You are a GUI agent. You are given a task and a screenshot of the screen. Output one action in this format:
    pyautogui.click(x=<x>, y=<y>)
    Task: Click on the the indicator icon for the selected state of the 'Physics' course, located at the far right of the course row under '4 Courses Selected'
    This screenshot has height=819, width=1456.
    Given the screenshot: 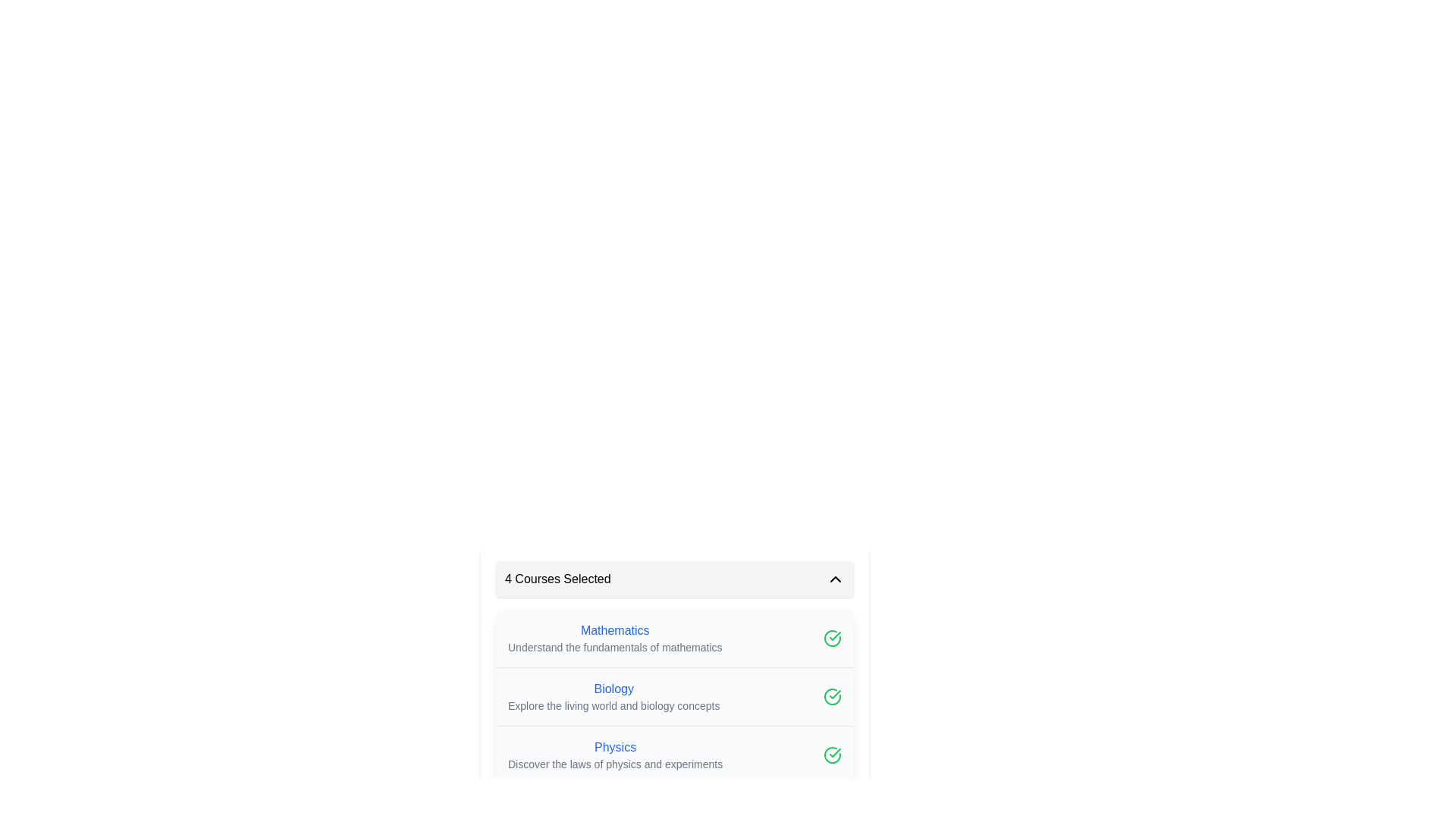 What is the action you would take?
    pyautogui.click(x=832, y=755)
    